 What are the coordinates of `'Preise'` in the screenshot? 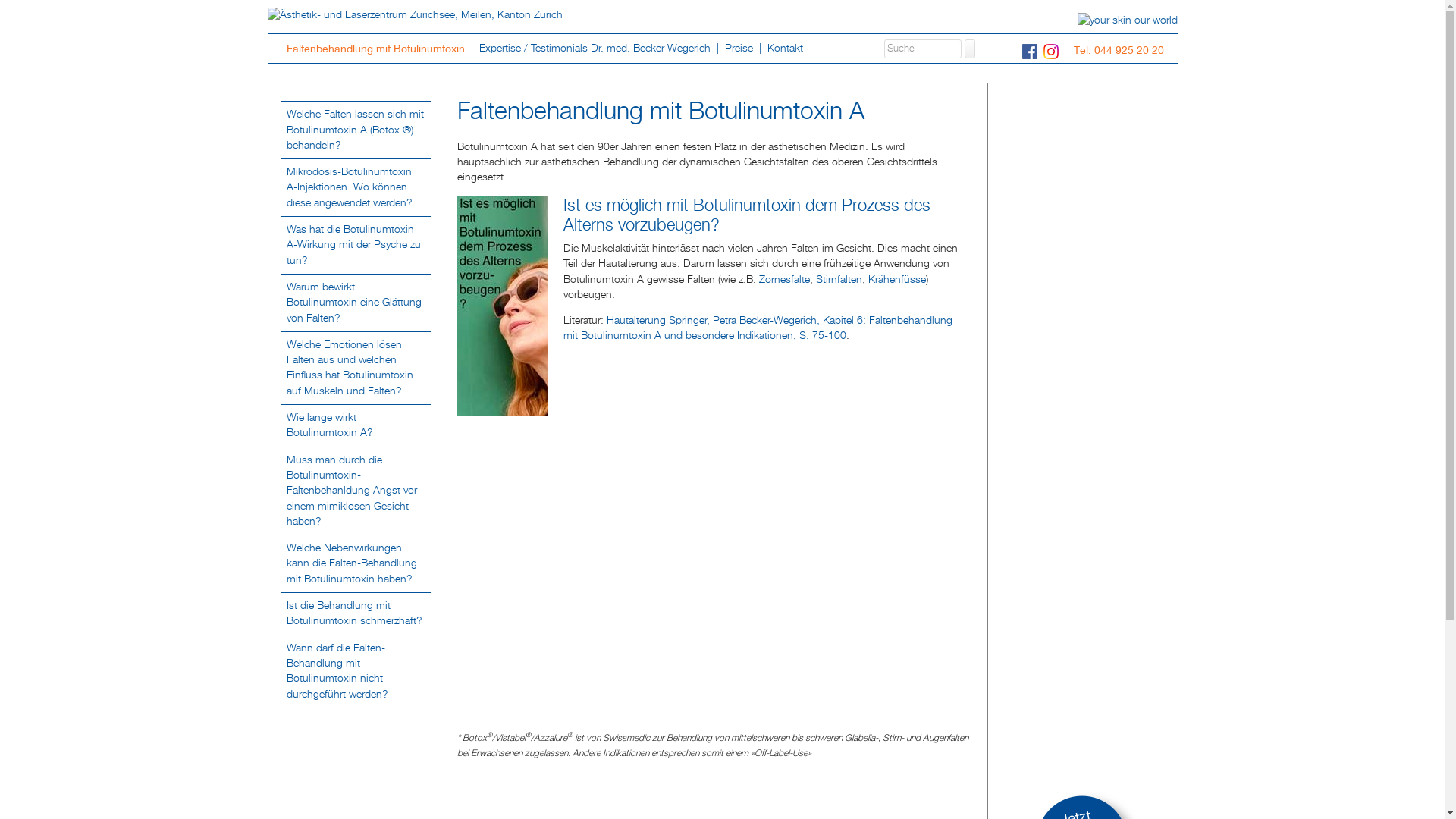 It's located at (718, 47).